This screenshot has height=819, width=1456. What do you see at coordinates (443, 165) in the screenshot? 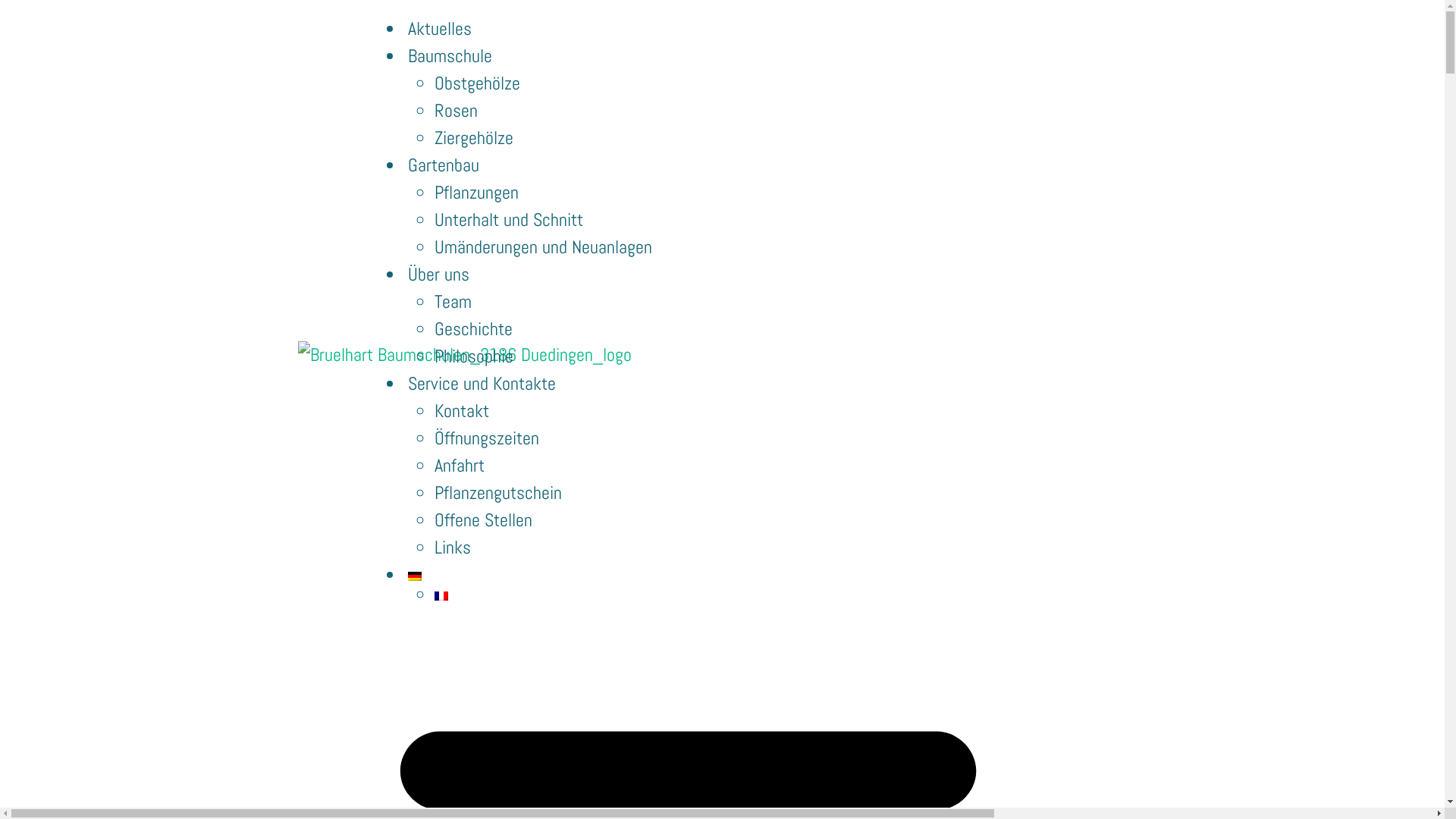
I see `'Gartenbau'` at bounding box center [443, 165].